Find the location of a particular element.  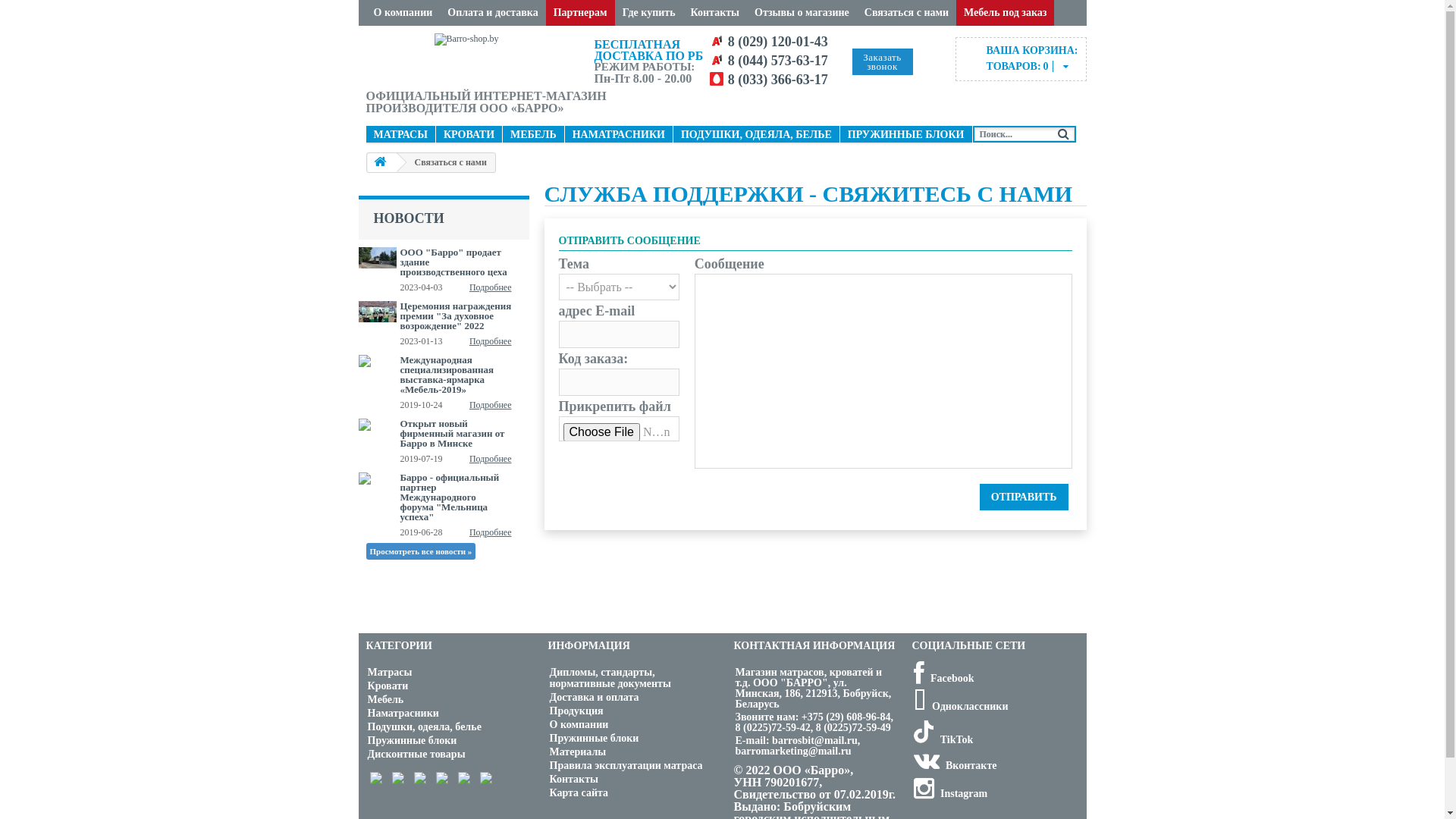

'Facebook' is located at coordinates (942, 677).